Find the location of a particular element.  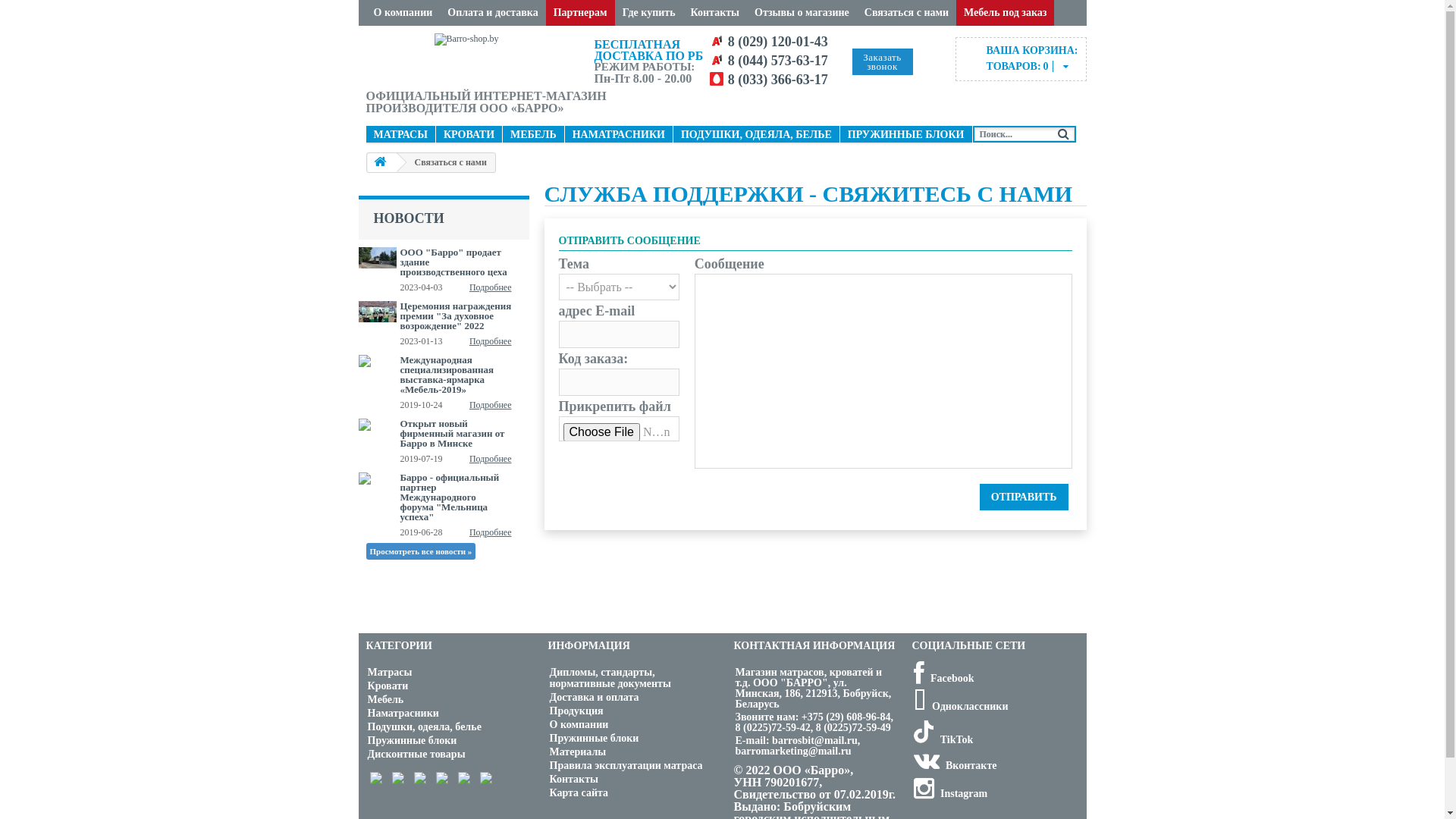

'Facebook' is located at coordinates (942, 677).